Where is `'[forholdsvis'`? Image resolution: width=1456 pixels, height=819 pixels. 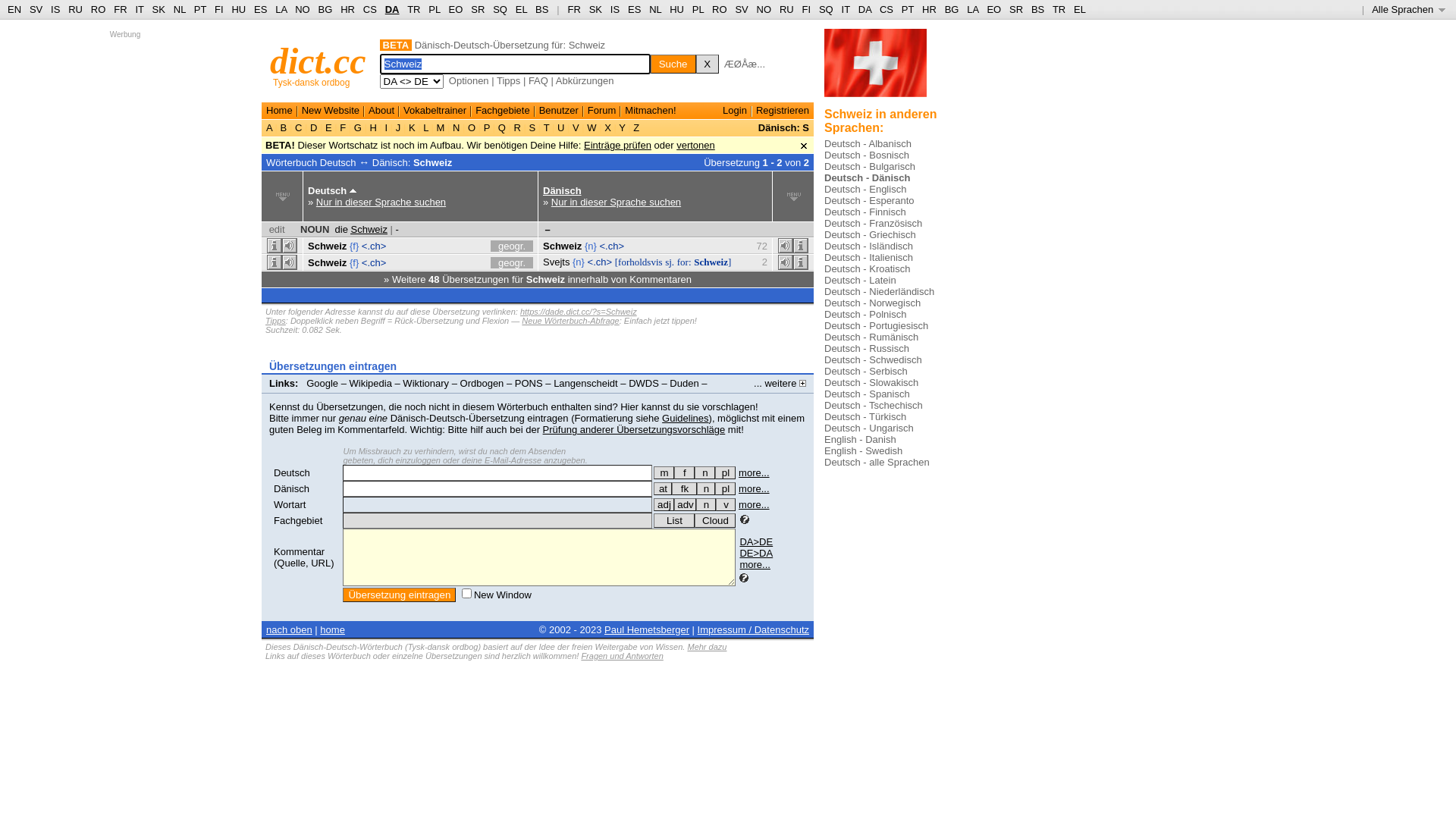 '[forholdsvis' is located at coordinates (639, 261).